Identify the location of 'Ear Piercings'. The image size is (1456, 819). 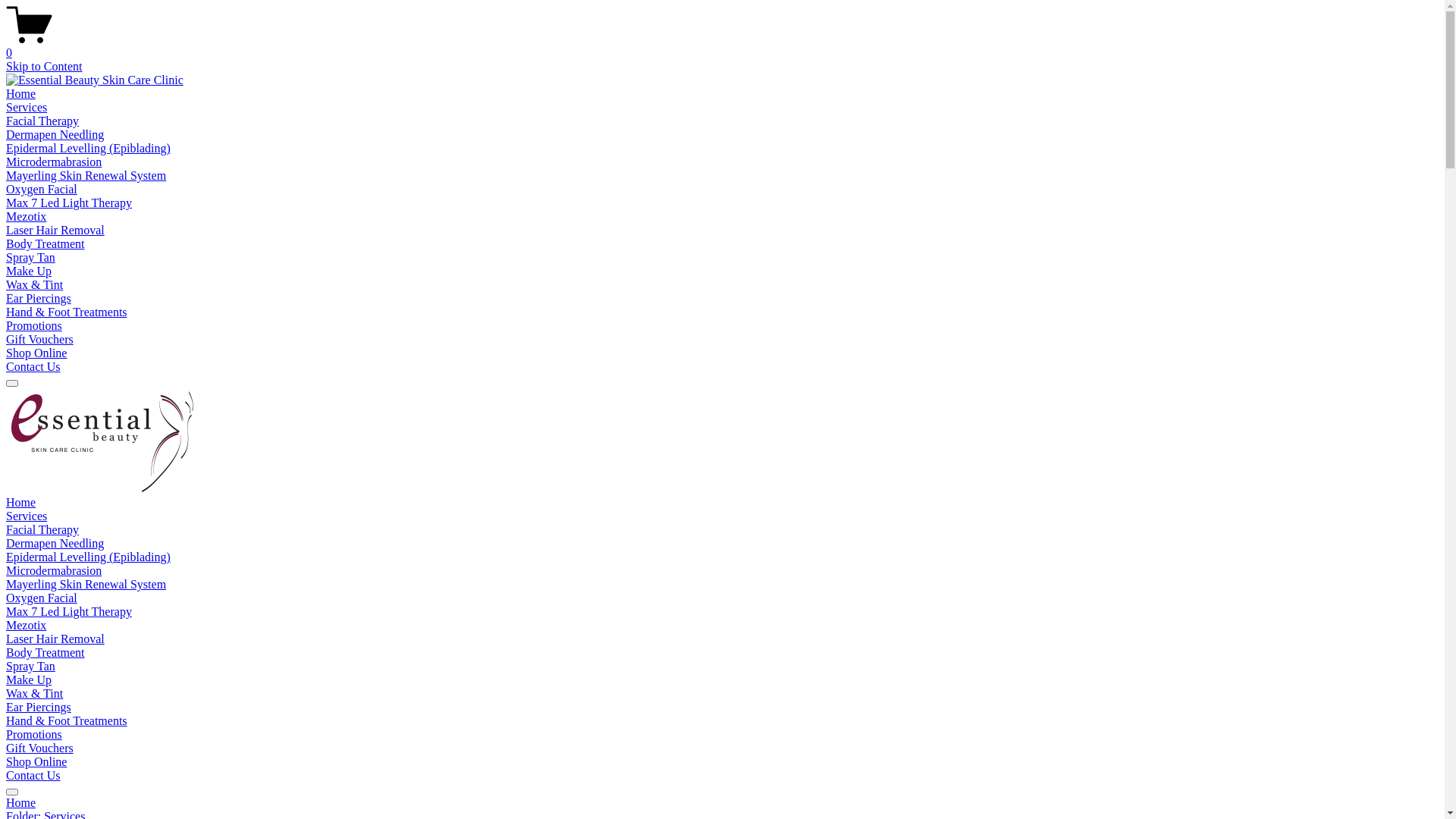
(6, 298).